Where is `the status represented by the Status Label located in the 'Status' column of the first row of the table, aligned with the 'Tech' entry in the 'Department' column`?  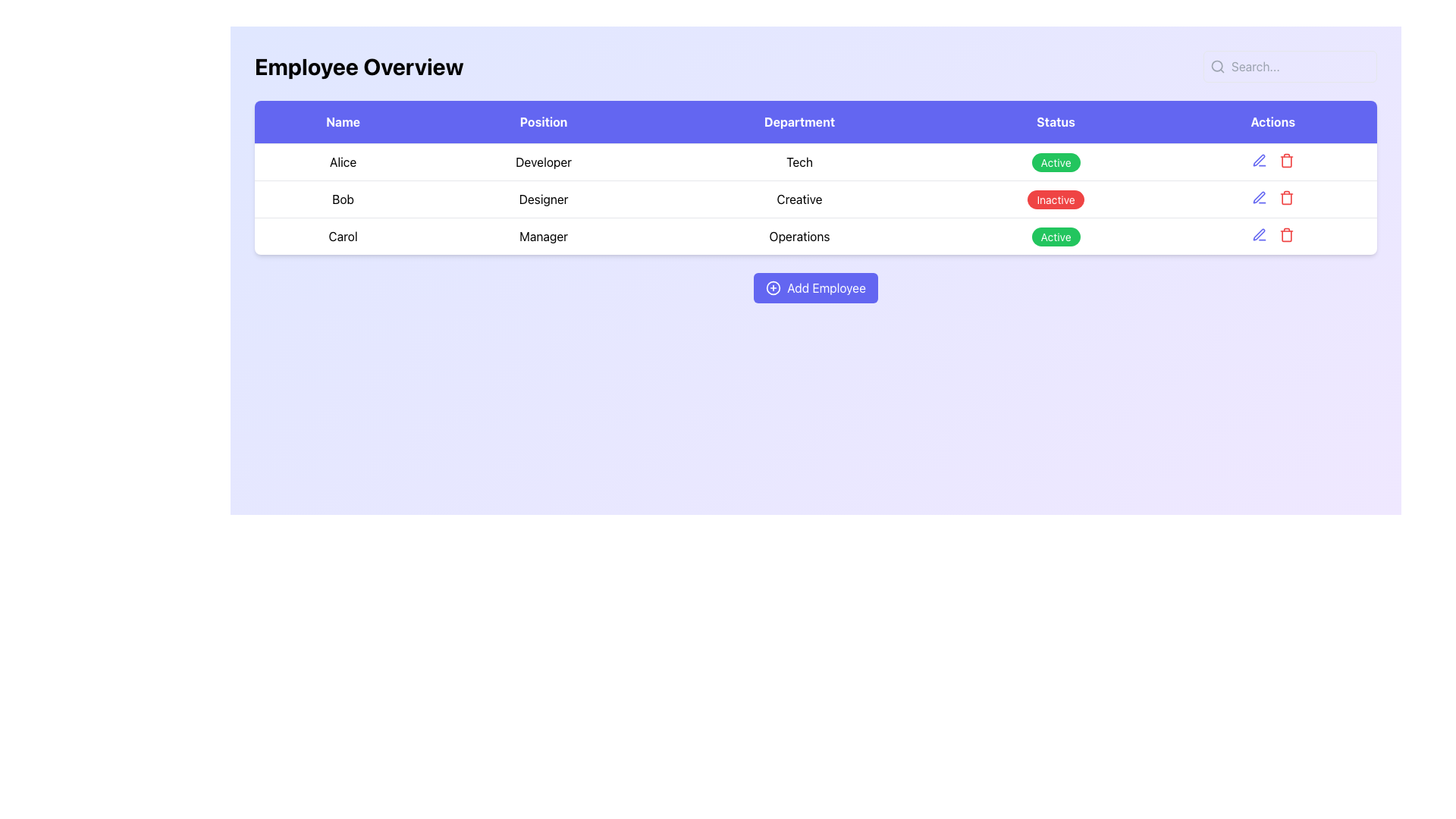
the status represented by the Status Label located in the 'Status' column of the first row of the table, aligned with the 'Tech' entry in the 'Department' column is located at coordinates (1055, 162).